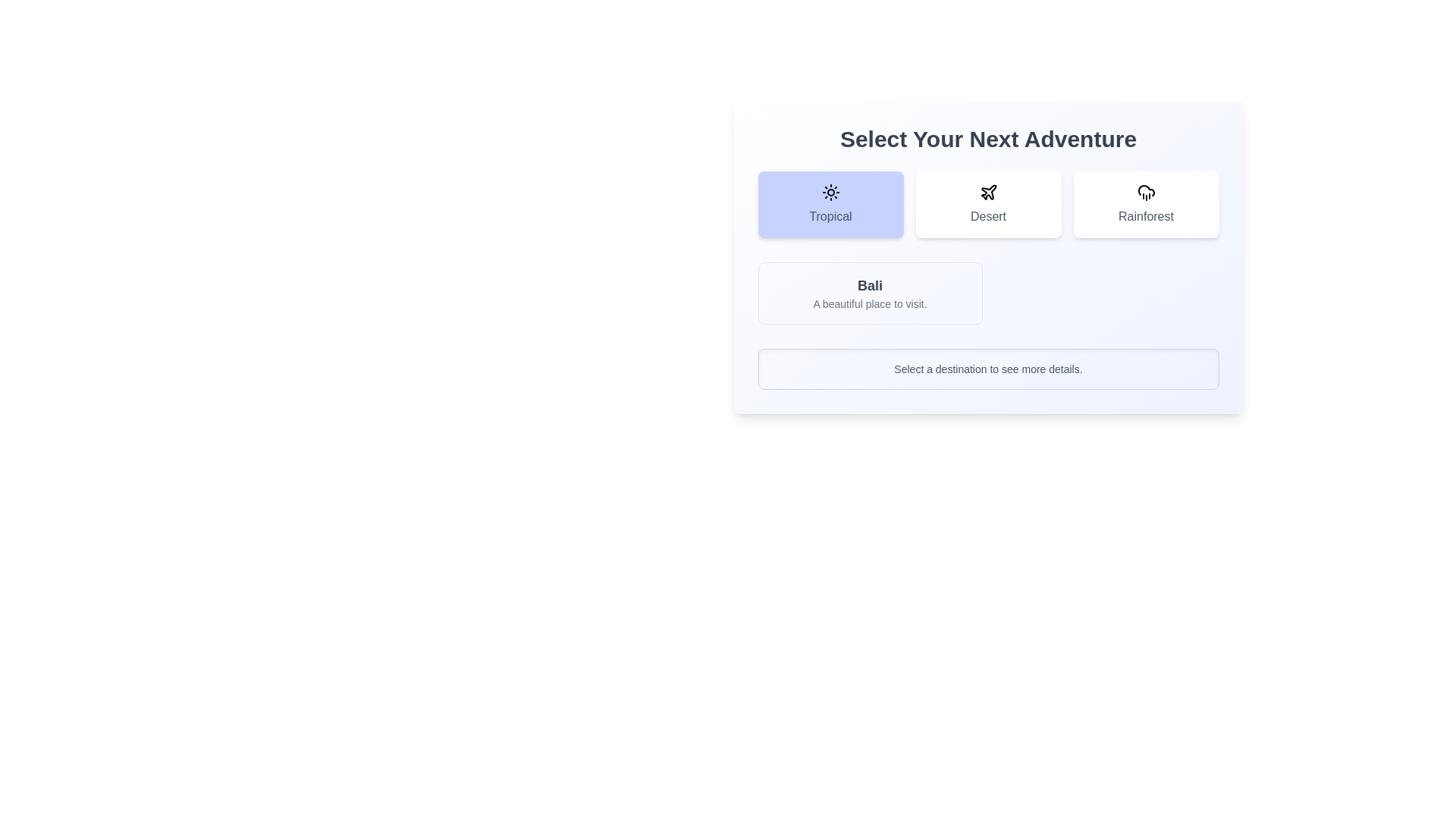  I want to click on the interactive card component representing the 'Bali' travel destination located in the bottom left corner of the grid layout, so click(870, 293).